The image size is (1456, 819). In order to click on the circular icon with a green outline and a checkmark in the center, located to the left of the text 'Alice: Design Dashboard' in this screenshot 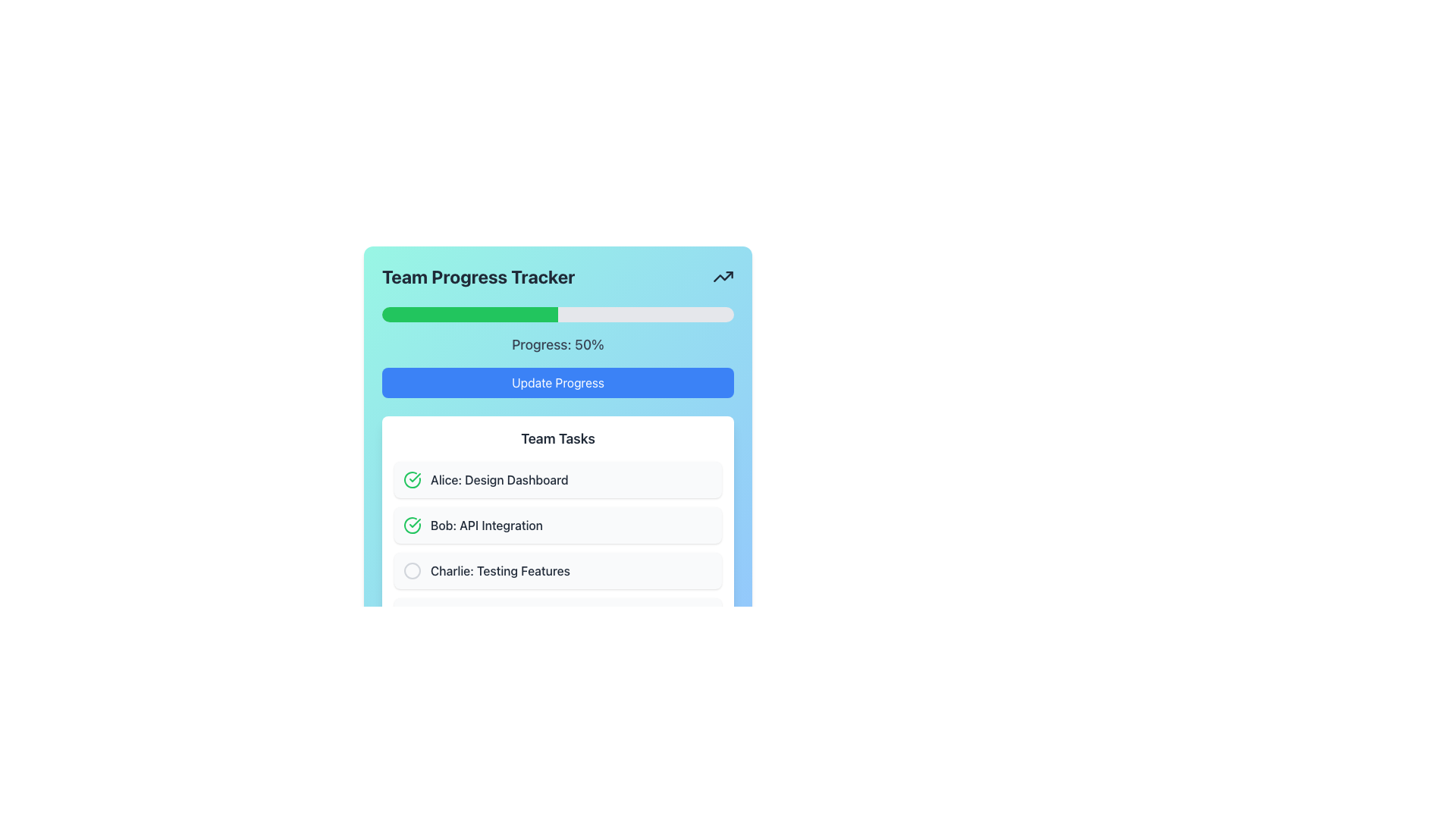, I will do `click(412, 479)`.